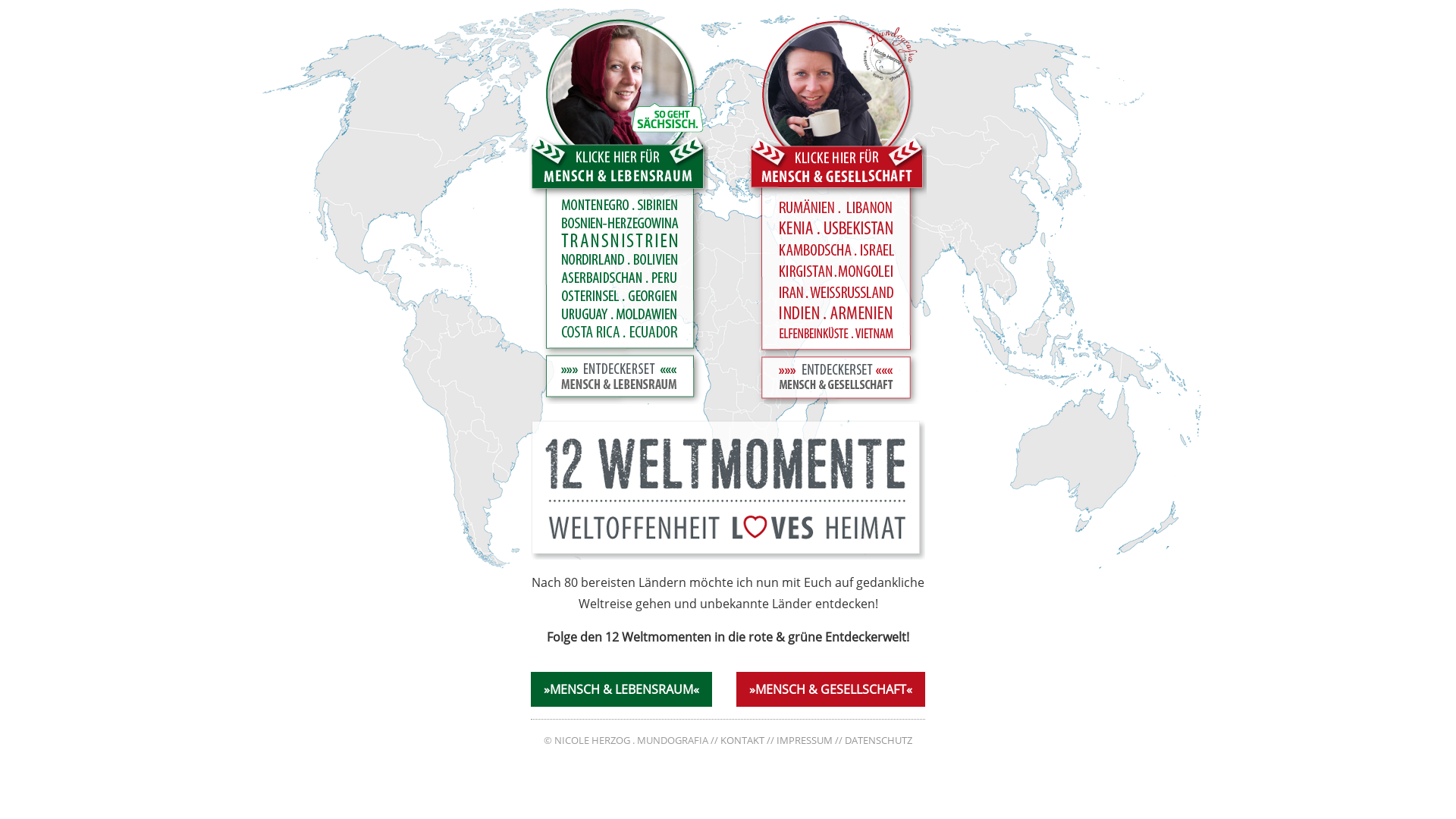  Describe the element at coordinates (742, 739) in the screenshot. I see `'KONTAKT'` at that location.